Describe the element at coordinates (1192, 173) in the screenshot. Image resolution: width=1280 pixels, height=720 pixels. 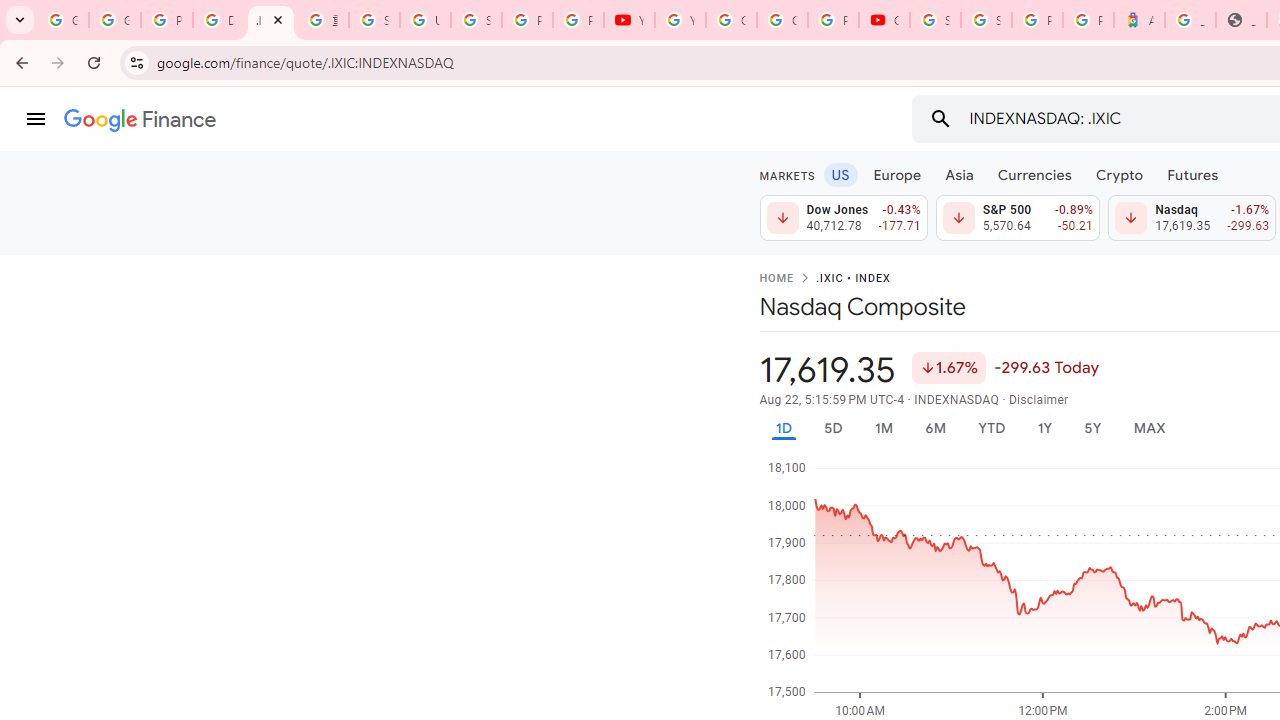
I see `'Futures'` at that location.